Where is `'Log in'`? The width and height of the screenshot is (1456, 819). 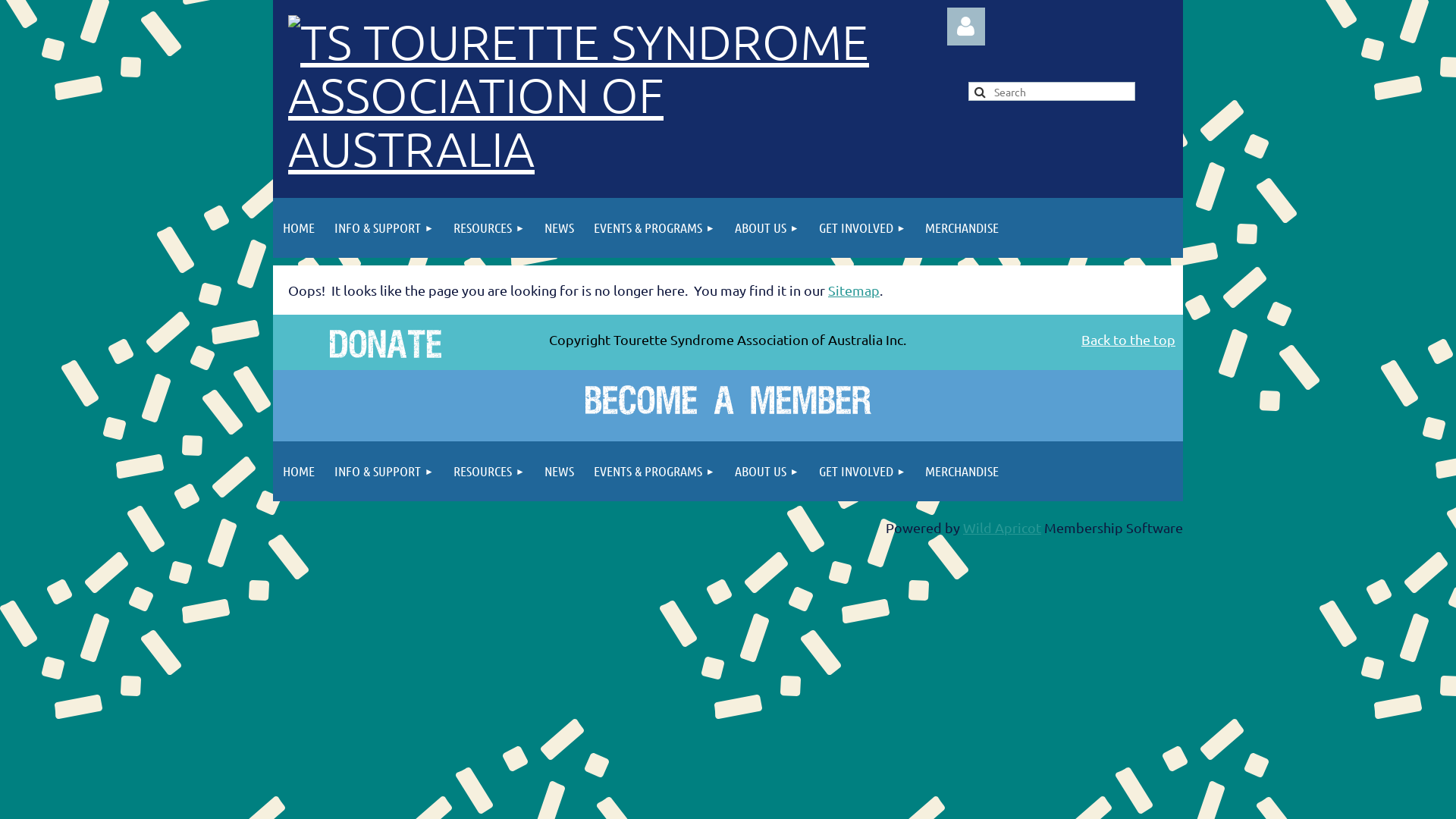 'Log in' is located at coordinates (965, 26).